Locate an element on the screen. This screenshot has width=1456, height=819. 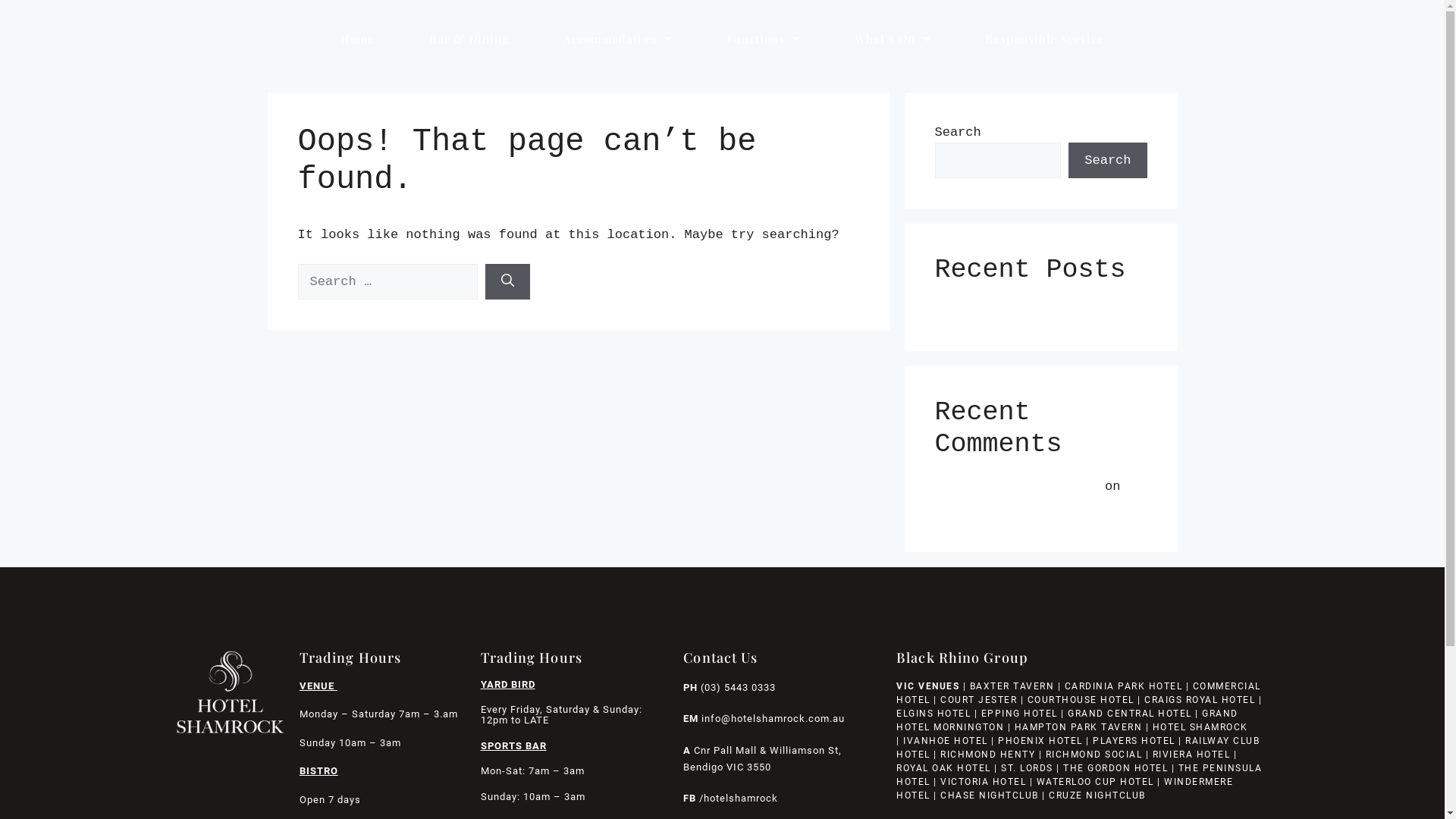
'Responsible Service' is located at coordinates (956, 37).